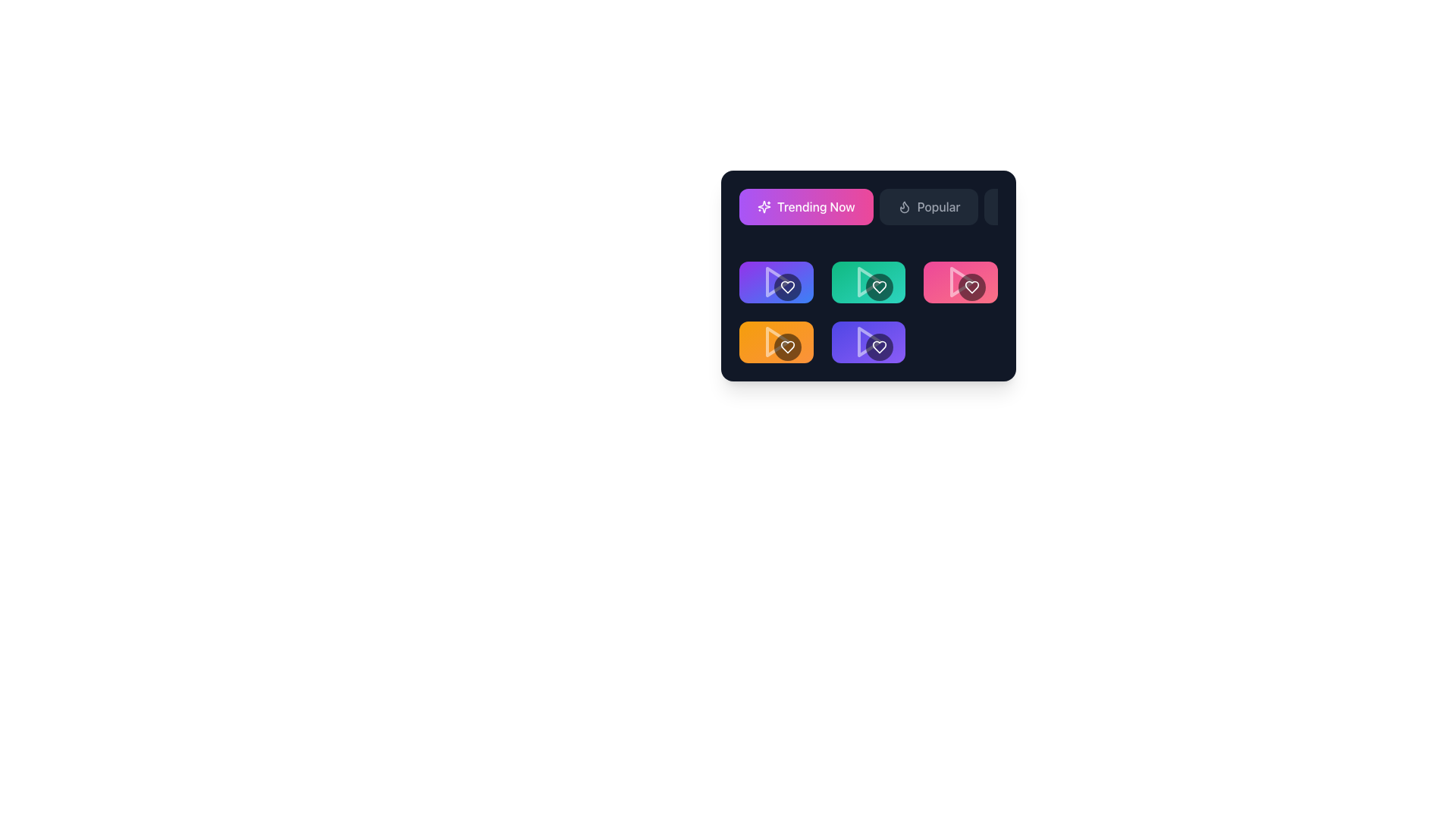 This screenshot has width=1456, height=819. Describe the element at coordinates (868, 213) in the screenshot. I see `the navigational button group located at the top section of the interface` at that location.